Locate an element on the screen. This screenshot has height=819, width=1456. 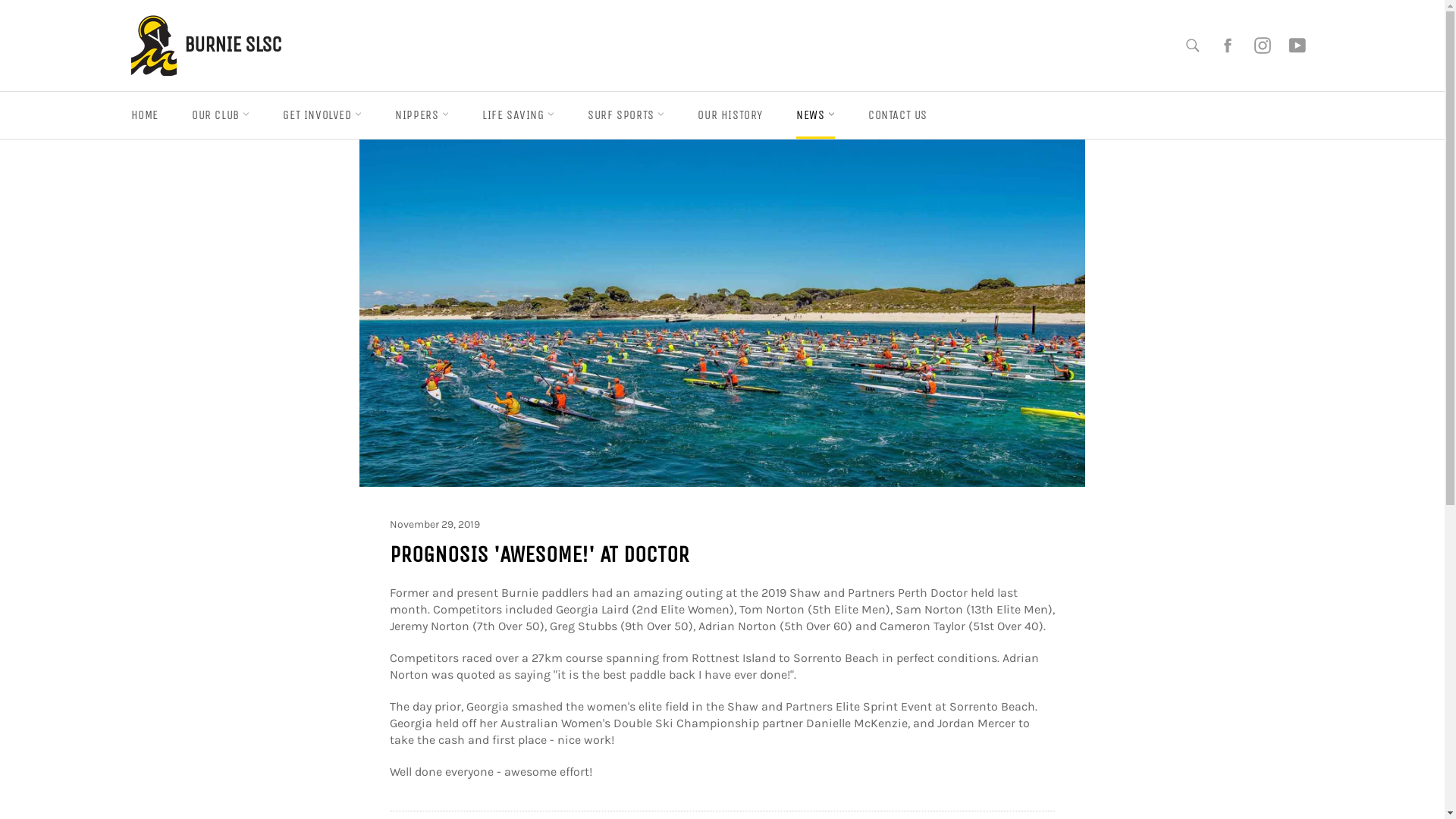
'LIFE SAVING' is located at coordinates (518, 114).